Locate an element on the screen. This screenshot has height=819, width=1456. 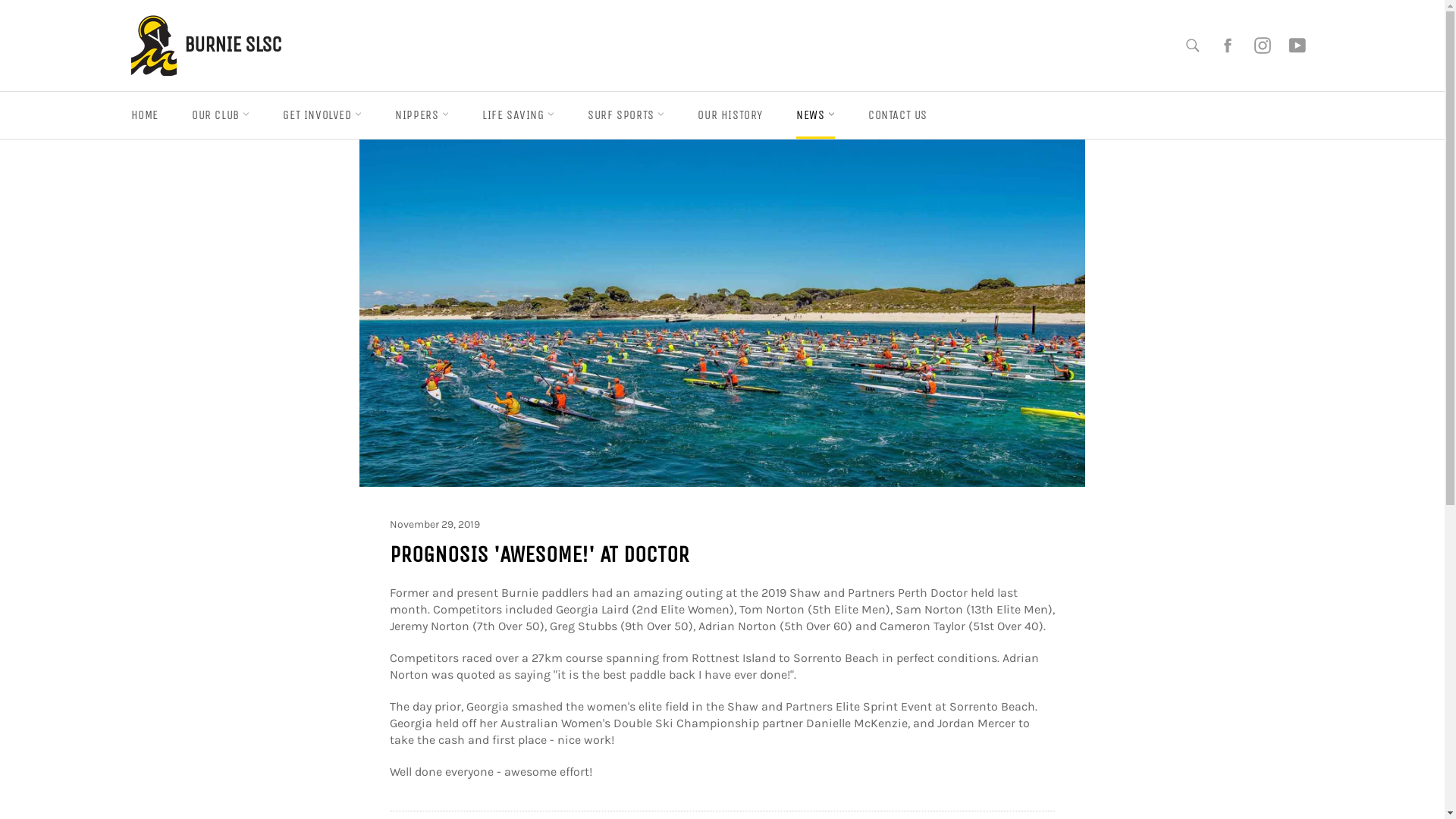
'LIFE SAVING' is located at coordinates (518, 114).